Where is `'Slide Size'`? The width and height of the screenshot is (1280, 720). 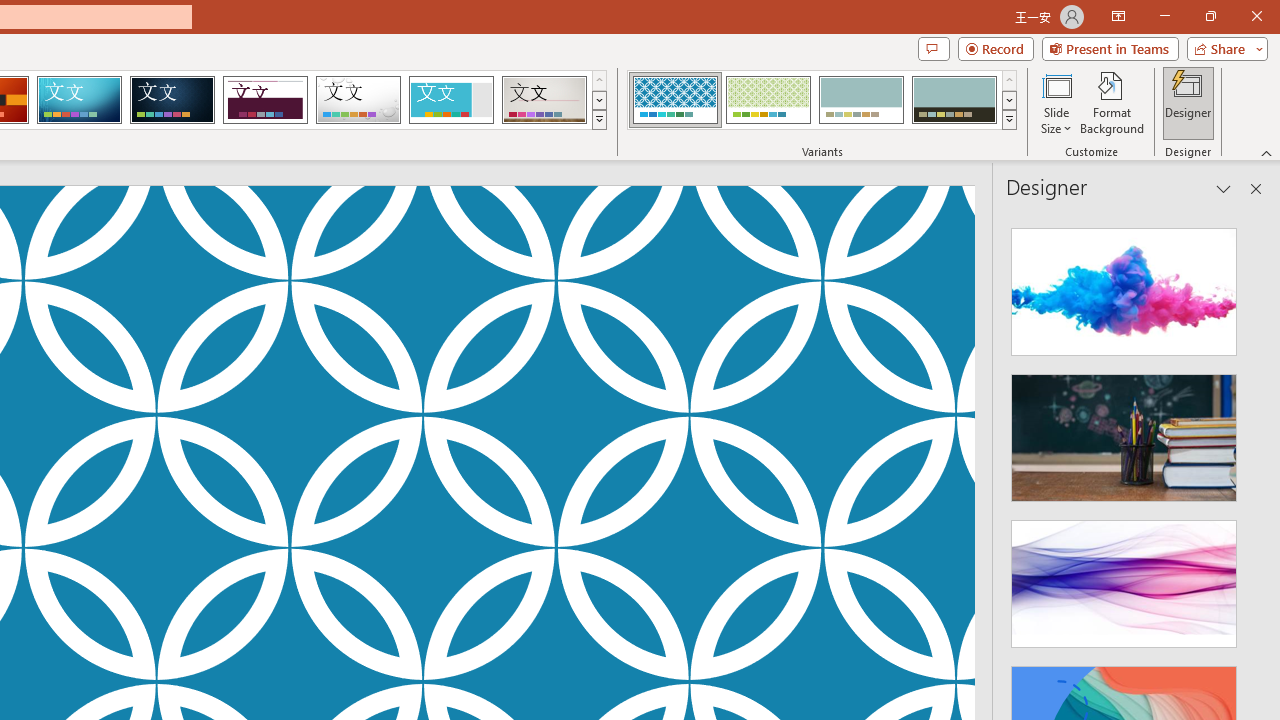
'Slide Size' is located at coordinates (1055, 103).